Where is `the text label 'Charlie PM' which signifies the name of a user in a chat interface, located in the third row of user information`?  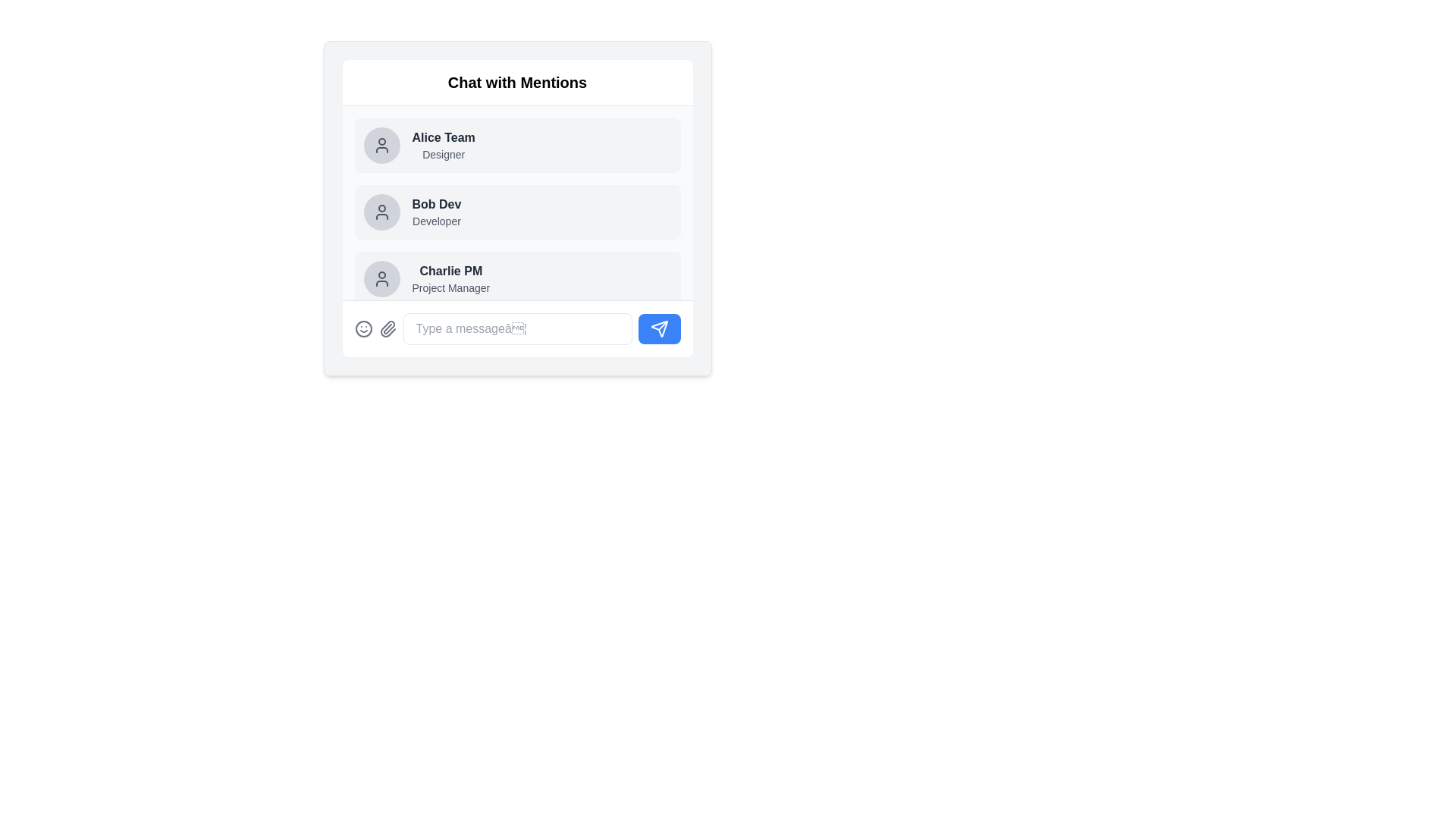
the text label 'Charlie PM' which signifies the name of a user in a chat interface, located in the third row of user information is located at coordinates (450, 271).